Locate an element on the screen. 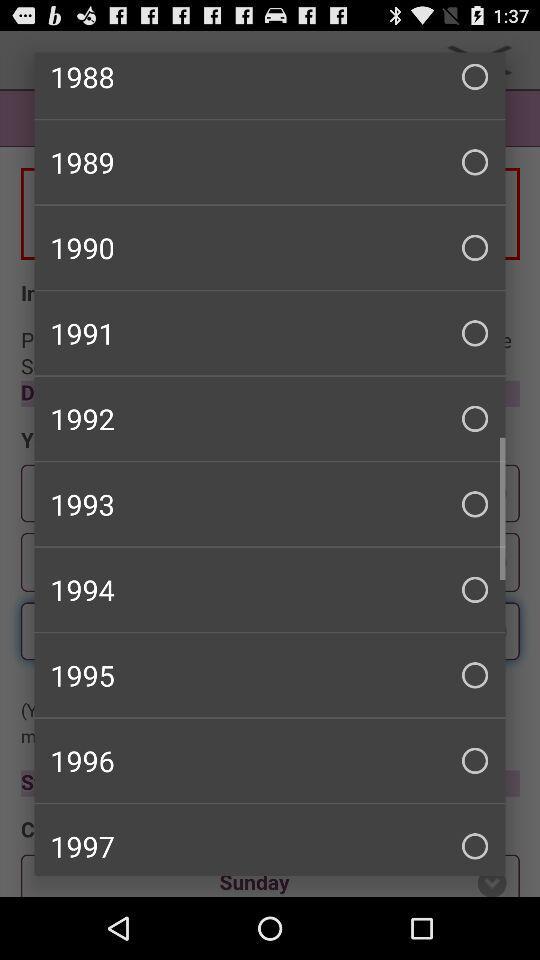 The image size is (540, 960). 1991 checkbox is located at coordinates (270, 333).